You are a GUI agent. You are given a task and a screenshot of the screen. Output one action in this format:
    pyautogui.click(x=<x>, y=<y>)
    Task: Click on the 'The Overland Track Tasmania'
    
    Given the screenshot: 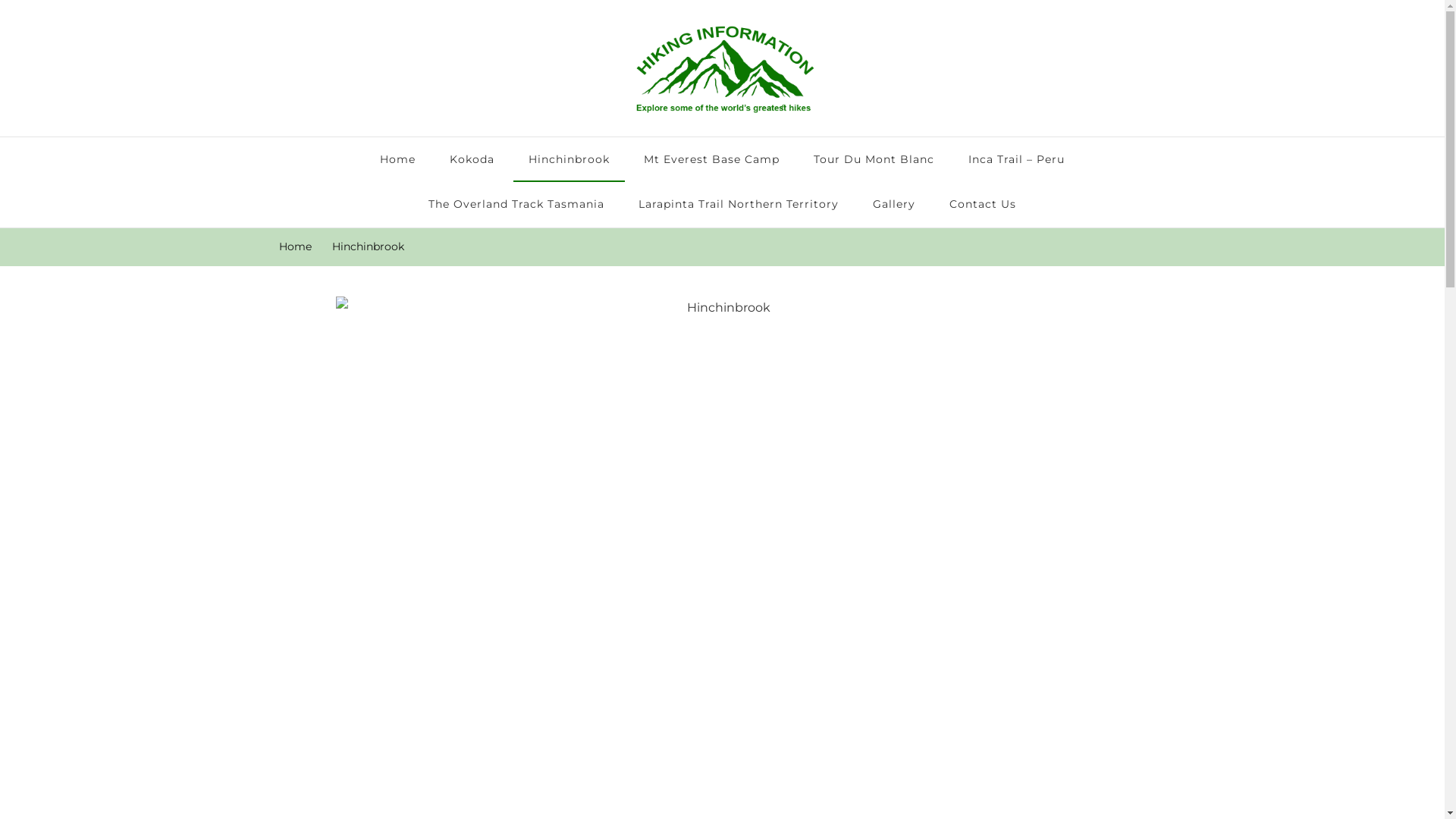 What is the action you would take?
    pyautogui.click(x=413, y=205)
    